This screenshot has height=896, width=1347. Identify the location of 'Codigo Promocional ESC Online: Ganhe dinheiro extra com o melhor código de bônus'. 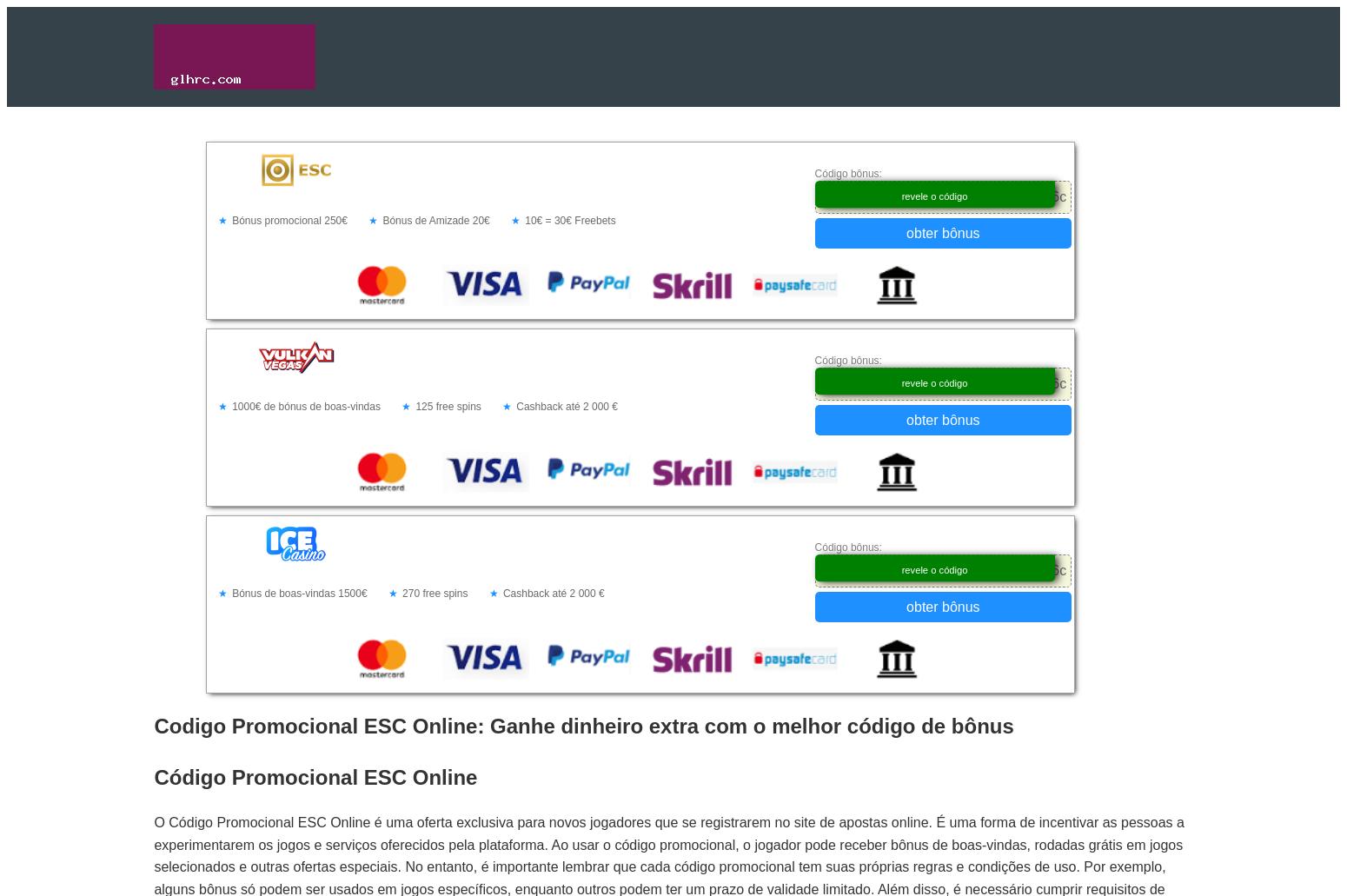
(582, 726).